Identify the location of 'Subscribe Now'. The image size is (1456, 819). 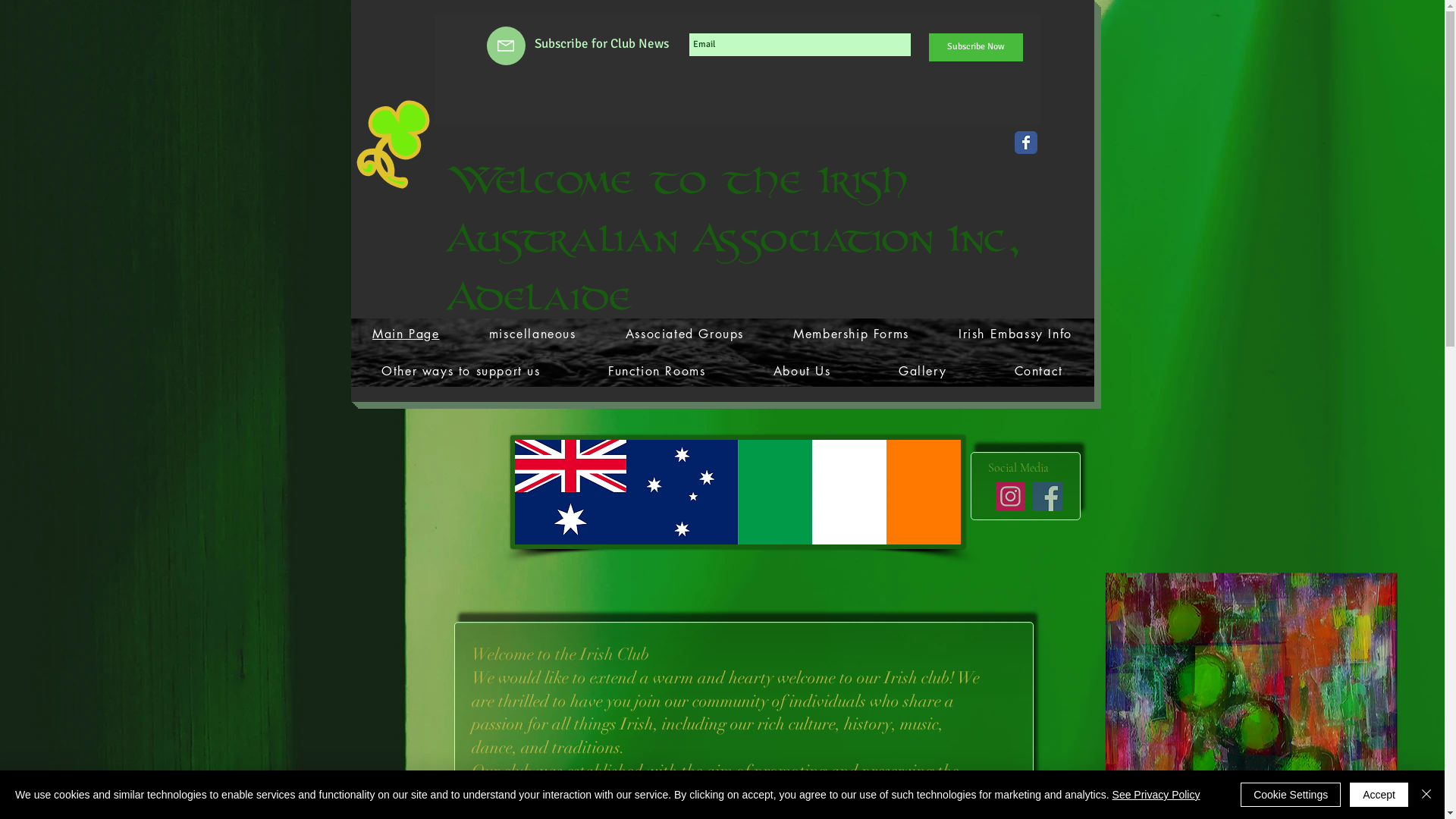
(975, 46).